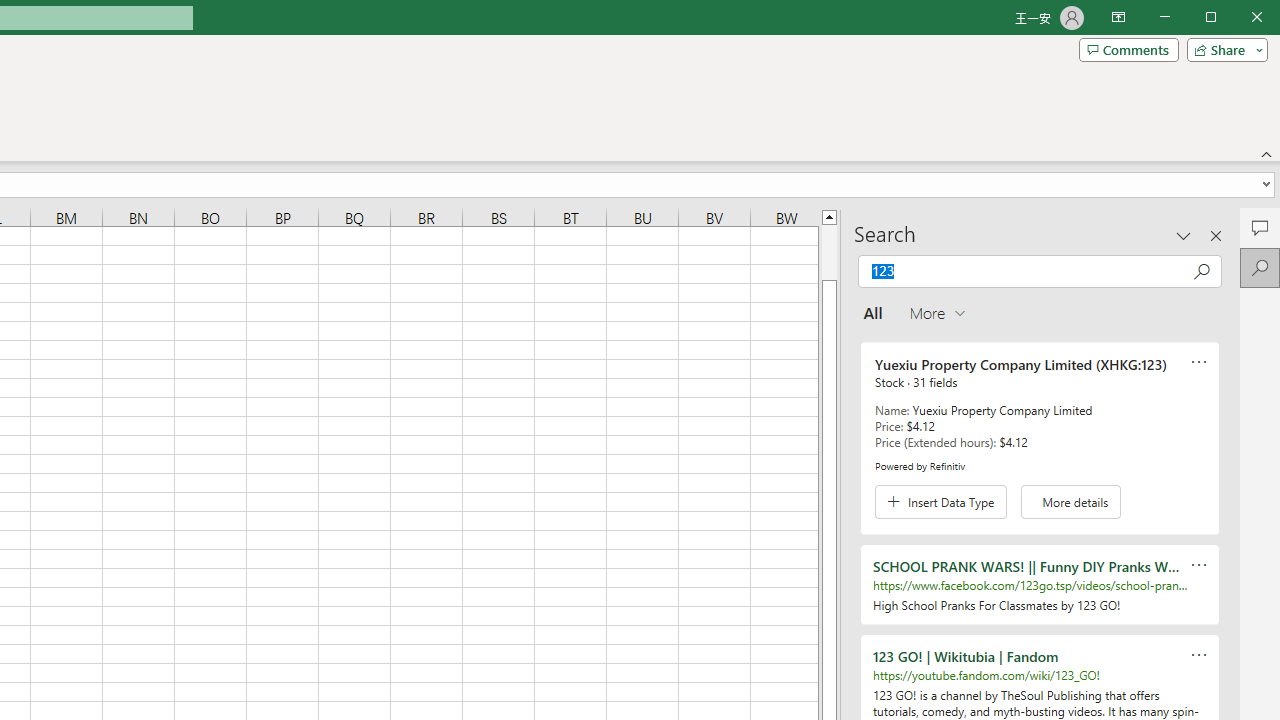 The height and width of the screenshot is (720, 1280). What do you see at coordinates (1238, 19) in the screenshot?
I see `'Maximize'` at bounding box center [1238, 19].